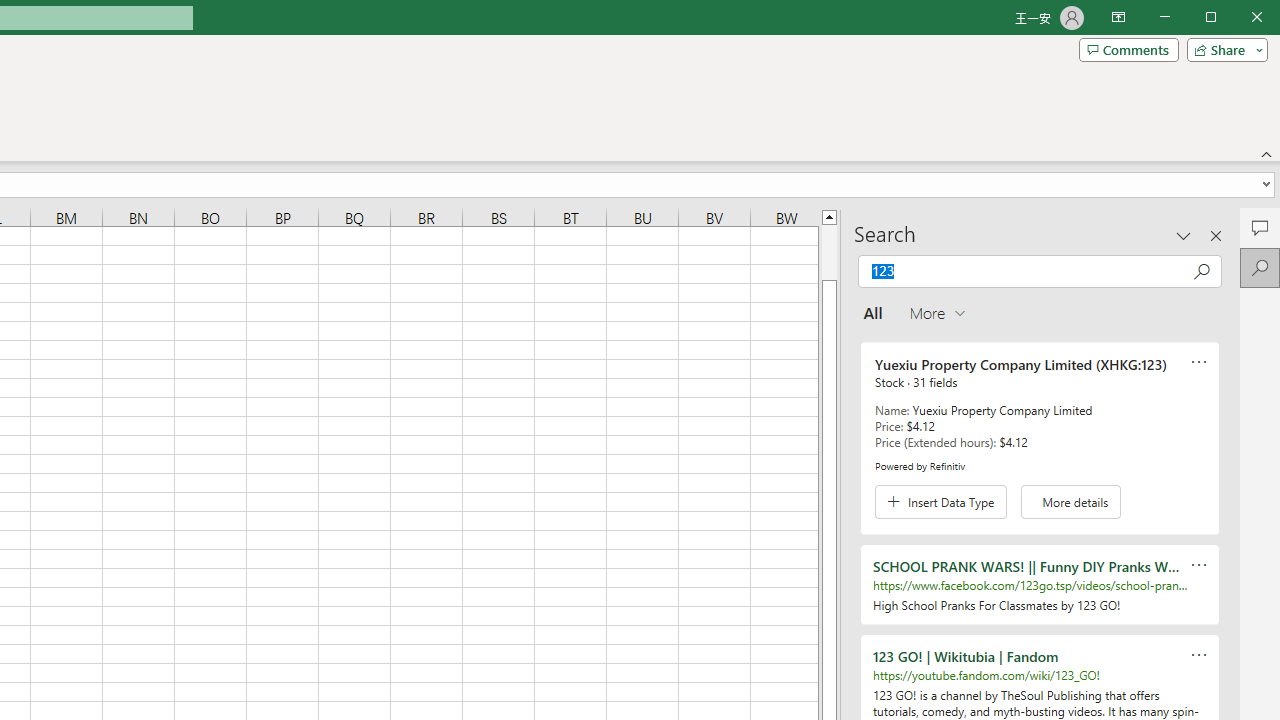 The height and width of the screenshot is (720, 1280). What do you see at coordinates (1238, 19) in the screenshot?
I see `'Maximize'` at bounding box center [1238, 19].